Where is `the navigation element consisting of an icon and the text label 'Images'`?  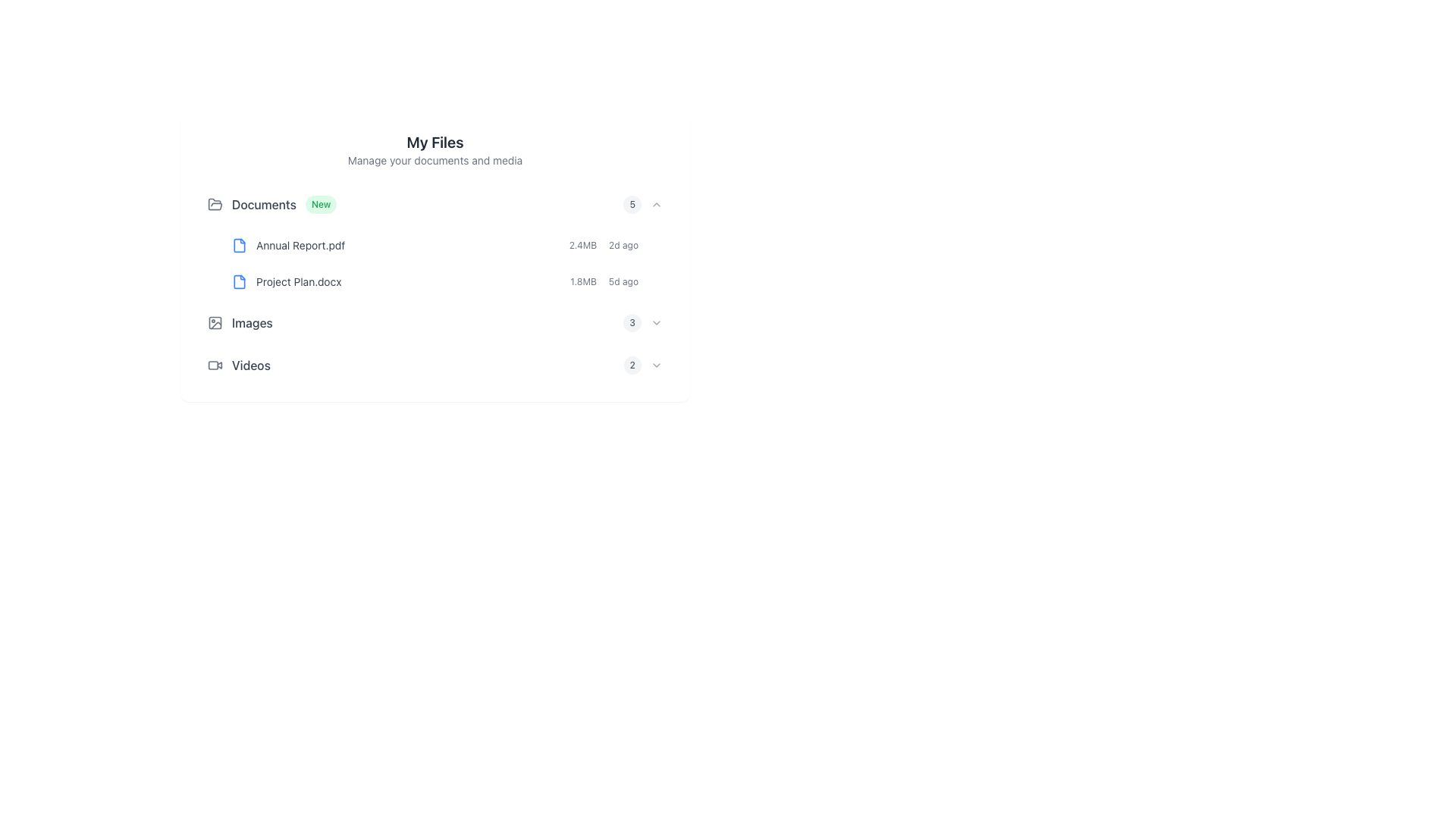
the navigation element consisting of an icon and the text label 'Images' is located at coordinates (239, 322).